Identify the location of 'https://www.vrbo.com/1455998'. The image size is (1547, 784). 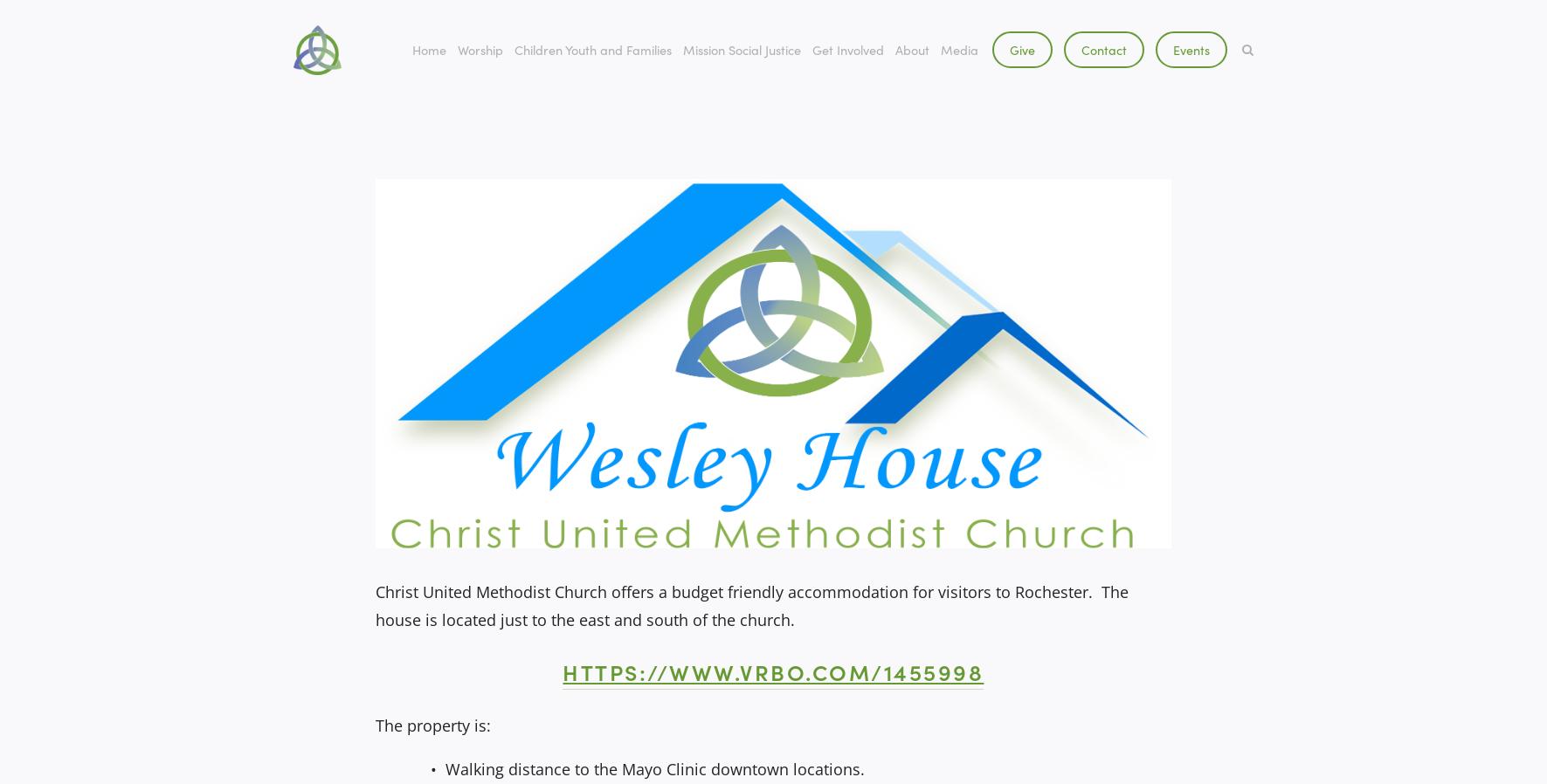
(771, 671).